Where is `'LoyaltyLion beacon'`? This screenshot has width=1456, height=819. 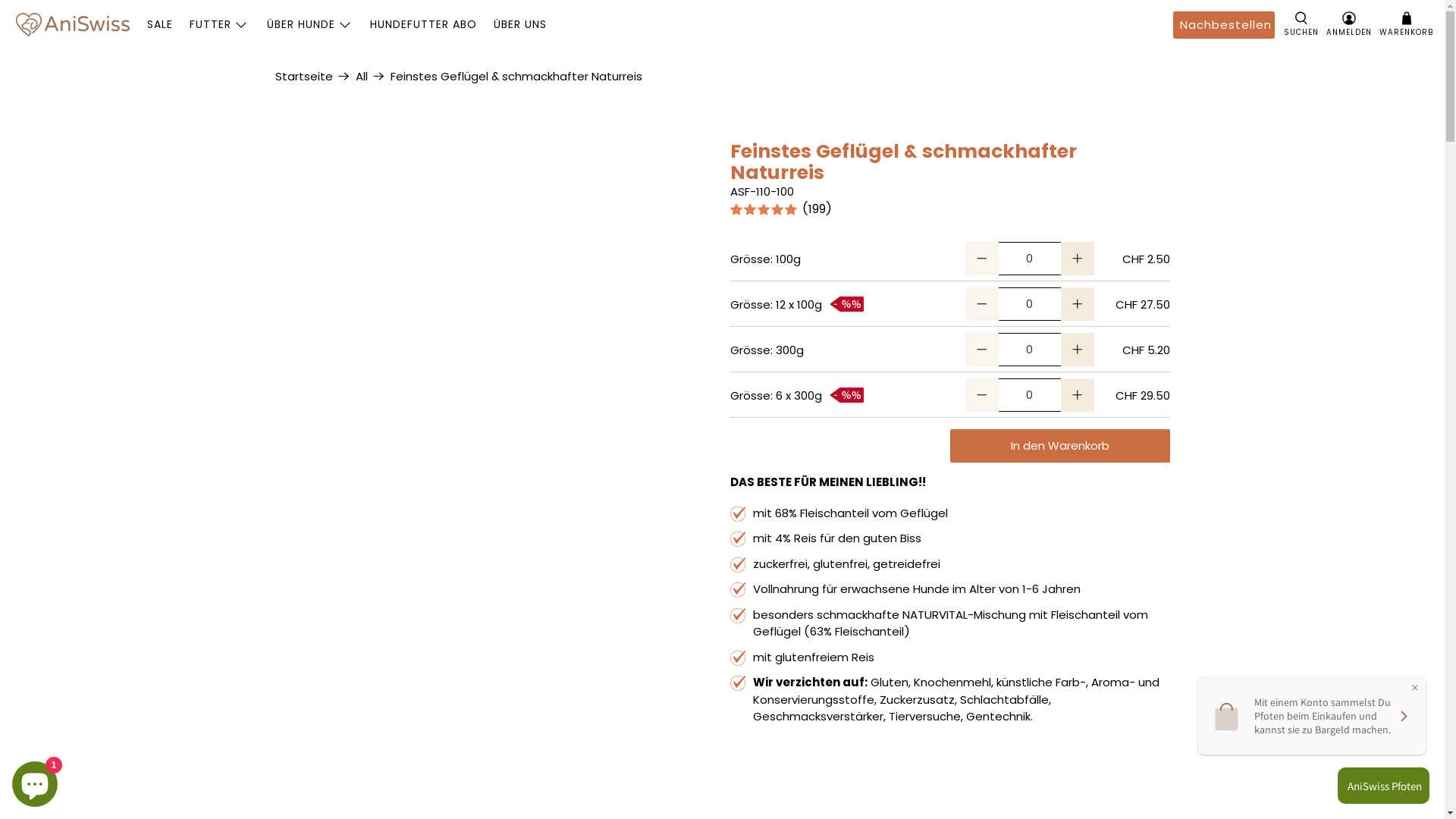
'LoyaltyLion beacon' is located at coordinates (1379, 785).